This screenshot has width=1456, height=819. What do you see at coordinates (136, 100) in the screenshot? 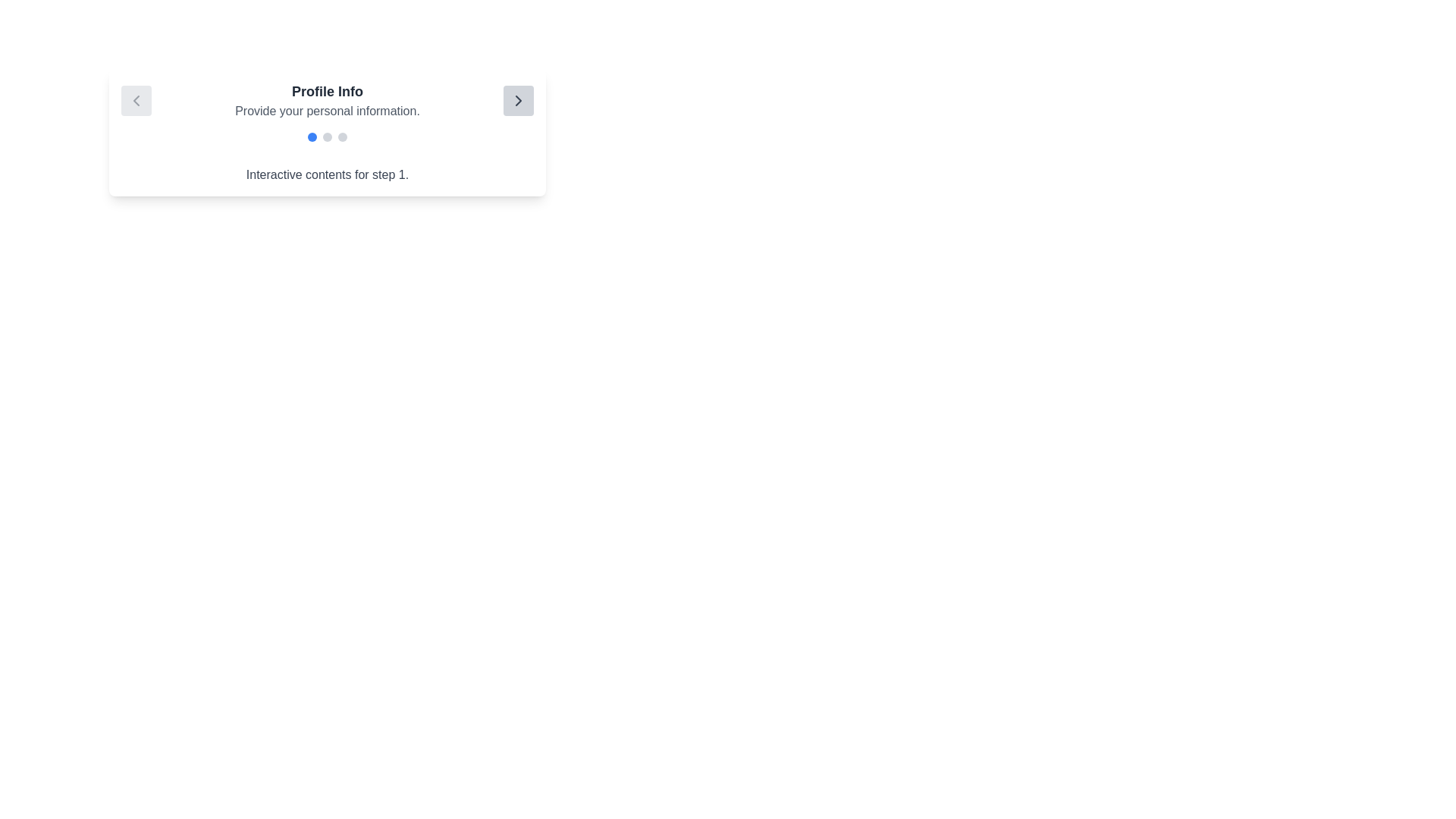
I see `the left-pointing chevron icon within the button located at the upper-left corner of the 'Profile Info' card` at bounding box center [136, 100].